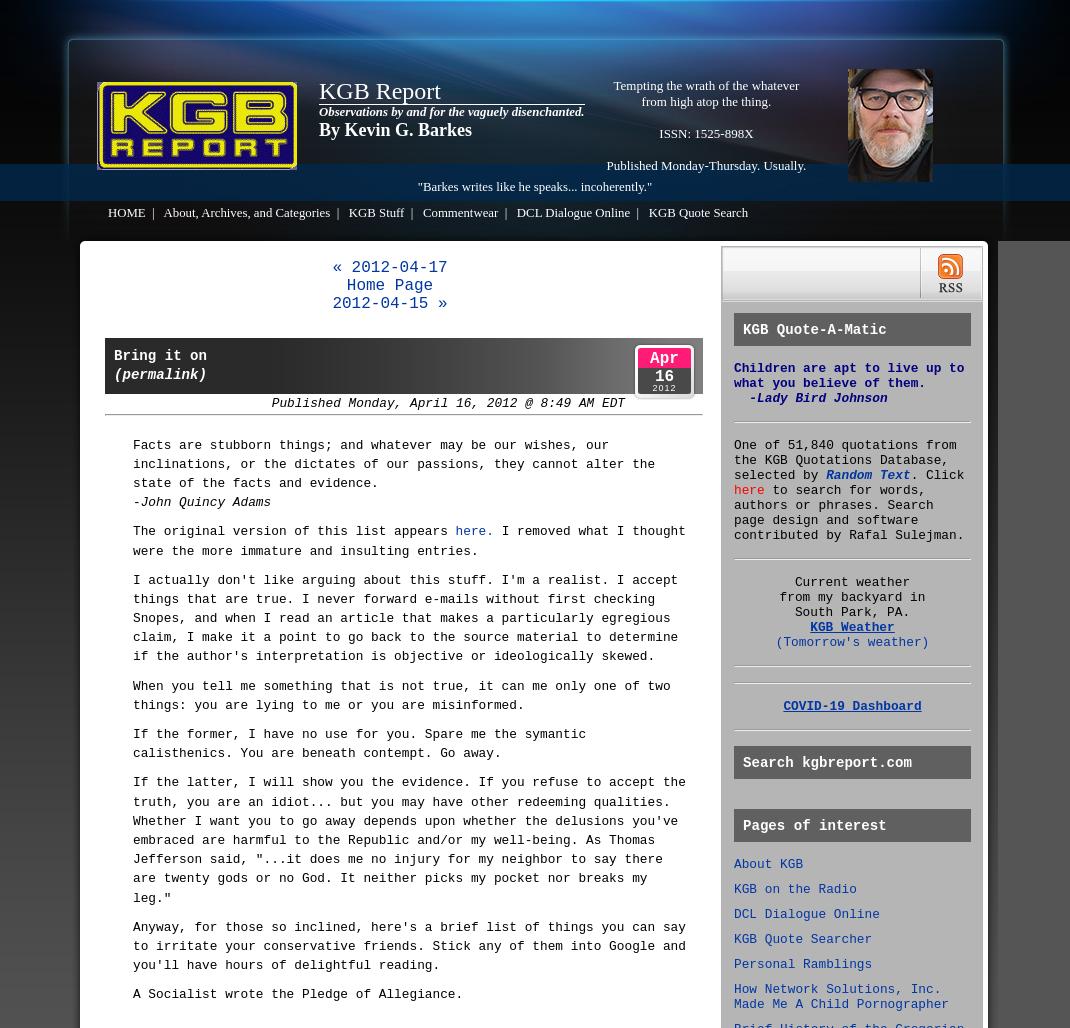  Describe the element at coordinates (358, 742) in the screenshot. I see `'If the former, I have no use for you. Spare me the symantic calisthenics. You are beneath contempt. Go away.'` at that location.